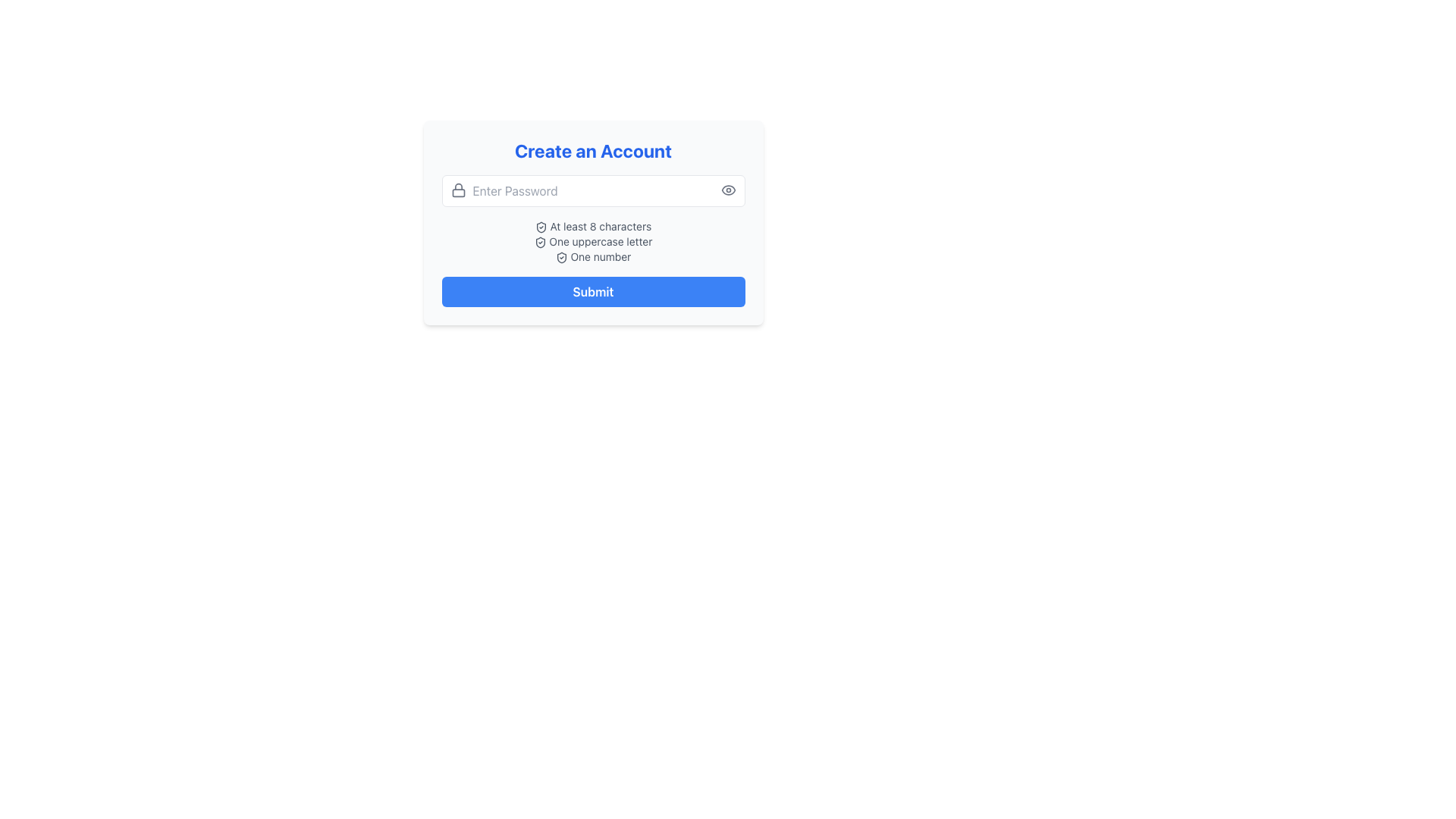 The width and height of the screenshot is (1456, 819). What do you see at coordinates (592, 292) in the screenshot?
I see `the Submit button located at the bottom of the 'Create an Account' form to observe a color change` at bounding box center [592, 292].